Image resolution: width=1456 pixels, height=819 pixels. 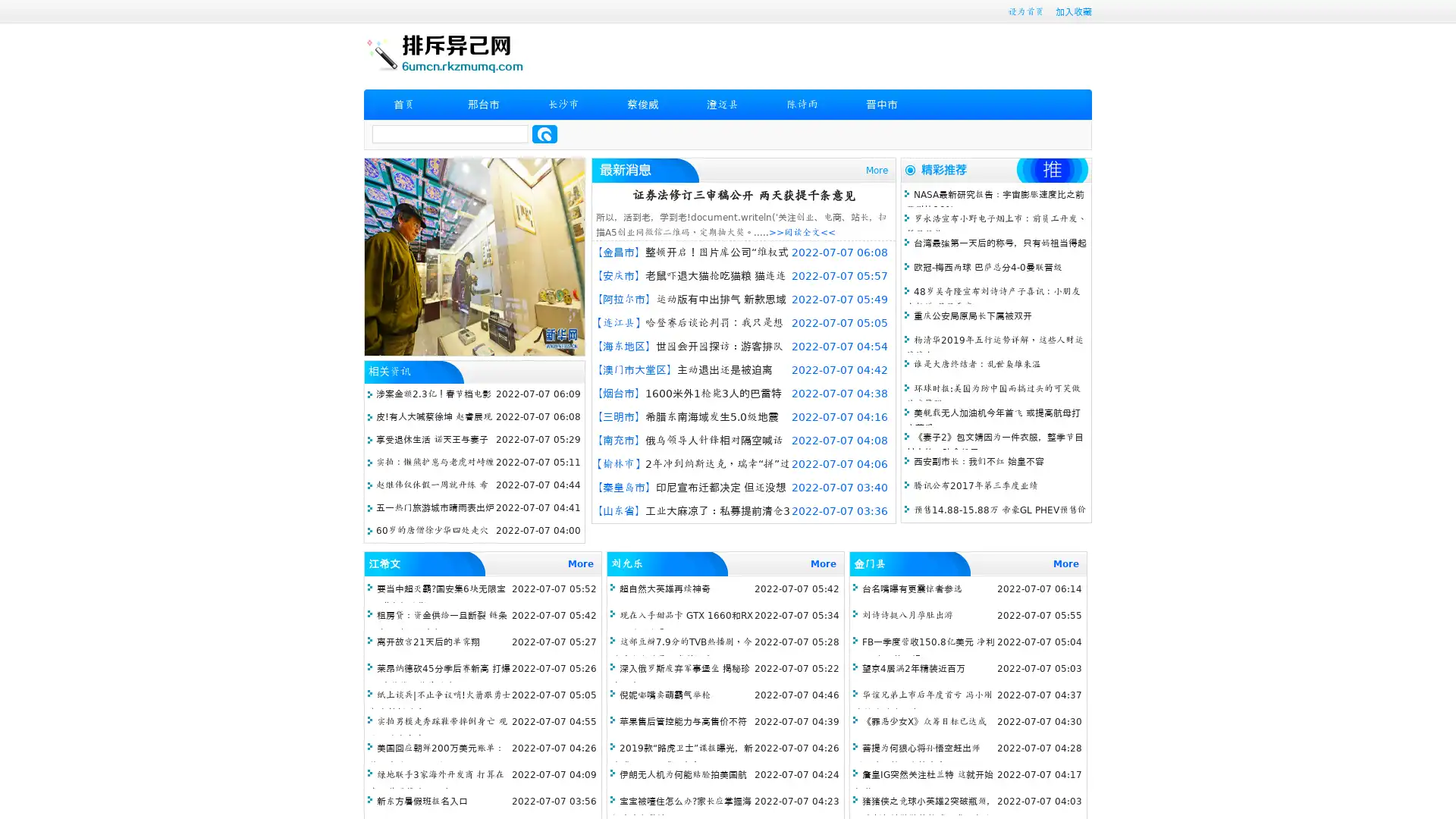 What do you see at coordinates (544, 133) in the screenshot?
I see `Search` at bounding box center [544, 133].